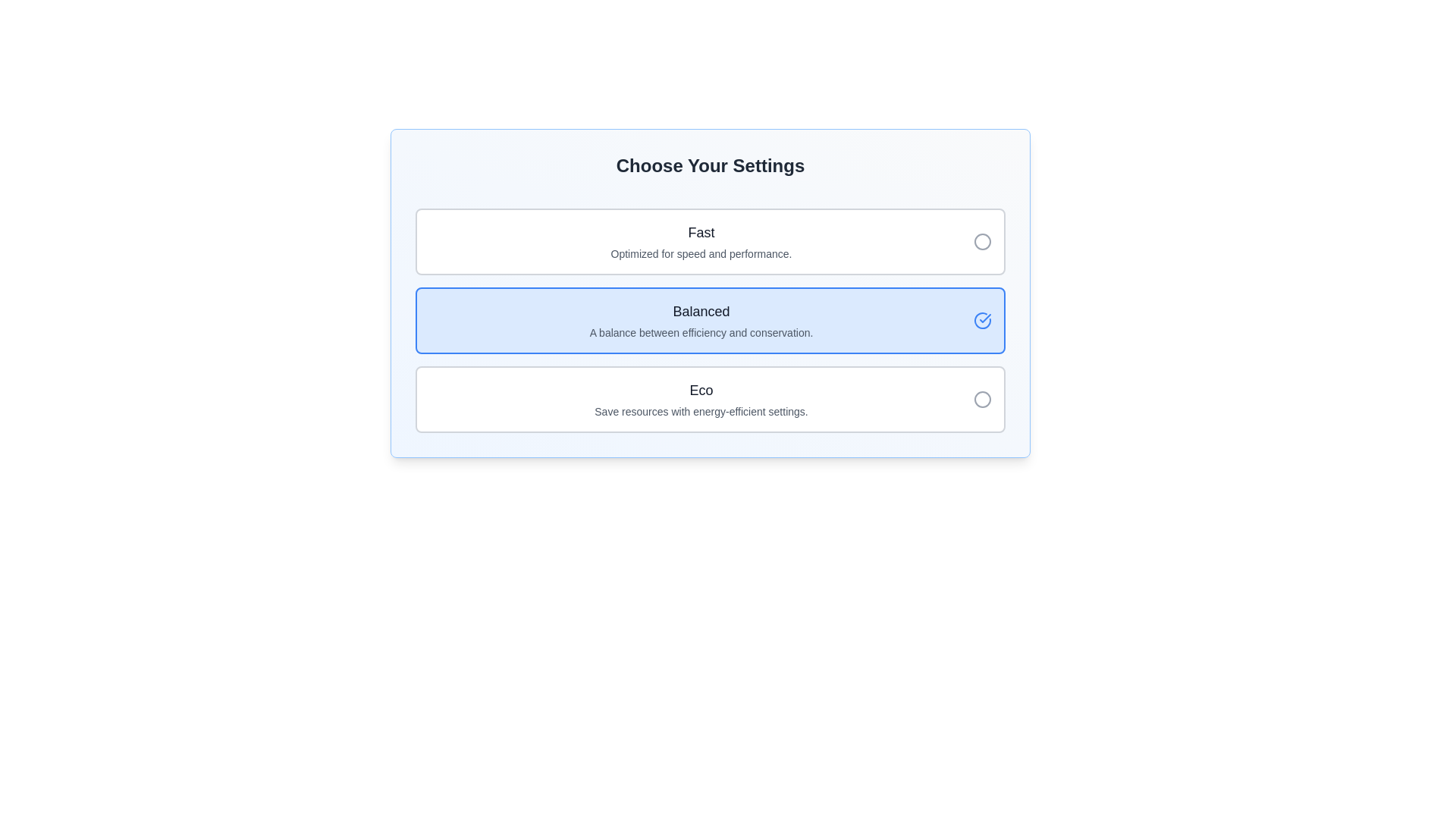  I want to click on the 'Eco' radio button located, so click(983, 399).